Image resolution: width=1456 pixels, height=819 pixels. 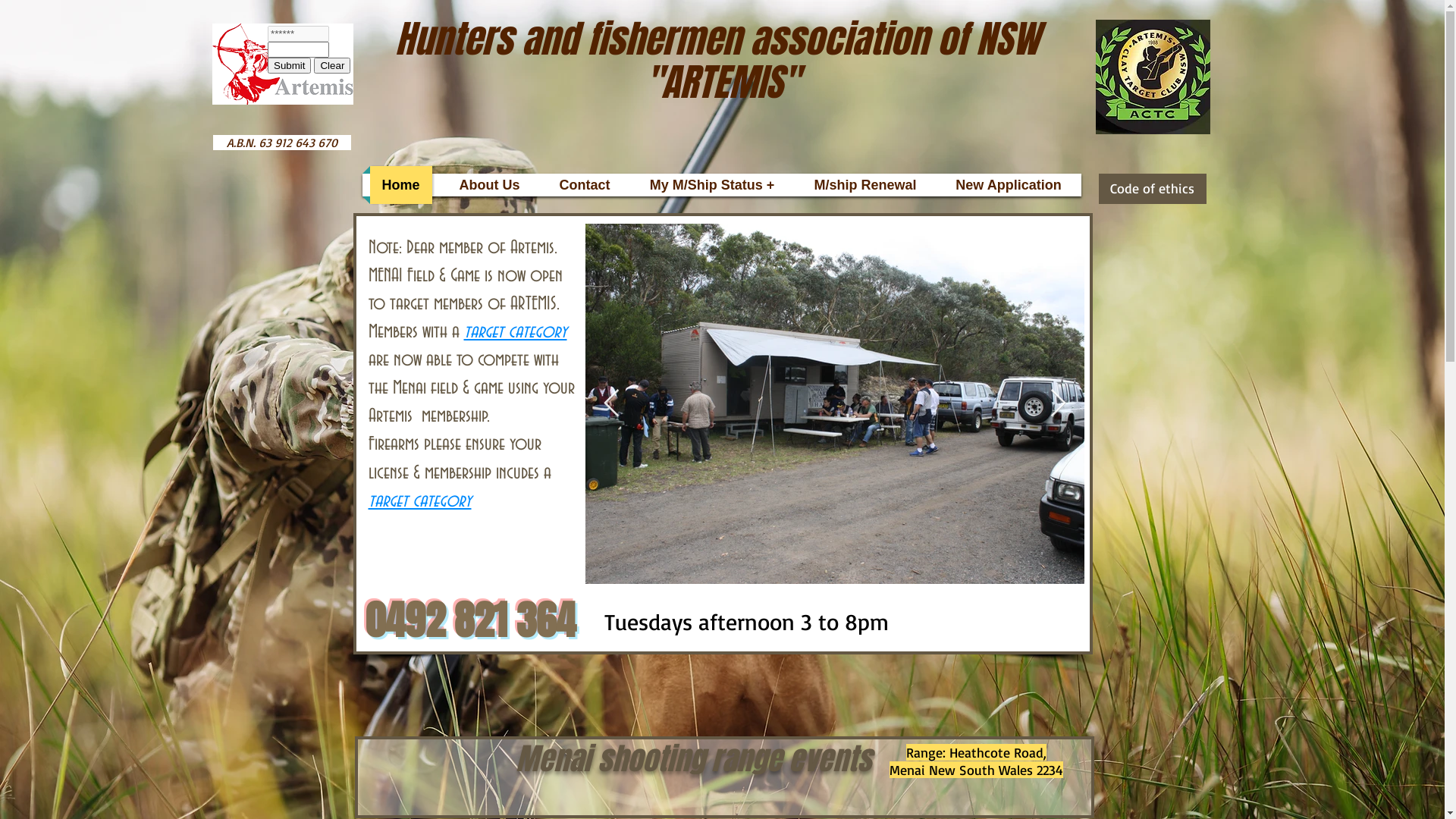 What do you see at coordinates (711, 184) in the screenshot?
I see `'My M/Ship Status +'` at bounding box center [711, 184].